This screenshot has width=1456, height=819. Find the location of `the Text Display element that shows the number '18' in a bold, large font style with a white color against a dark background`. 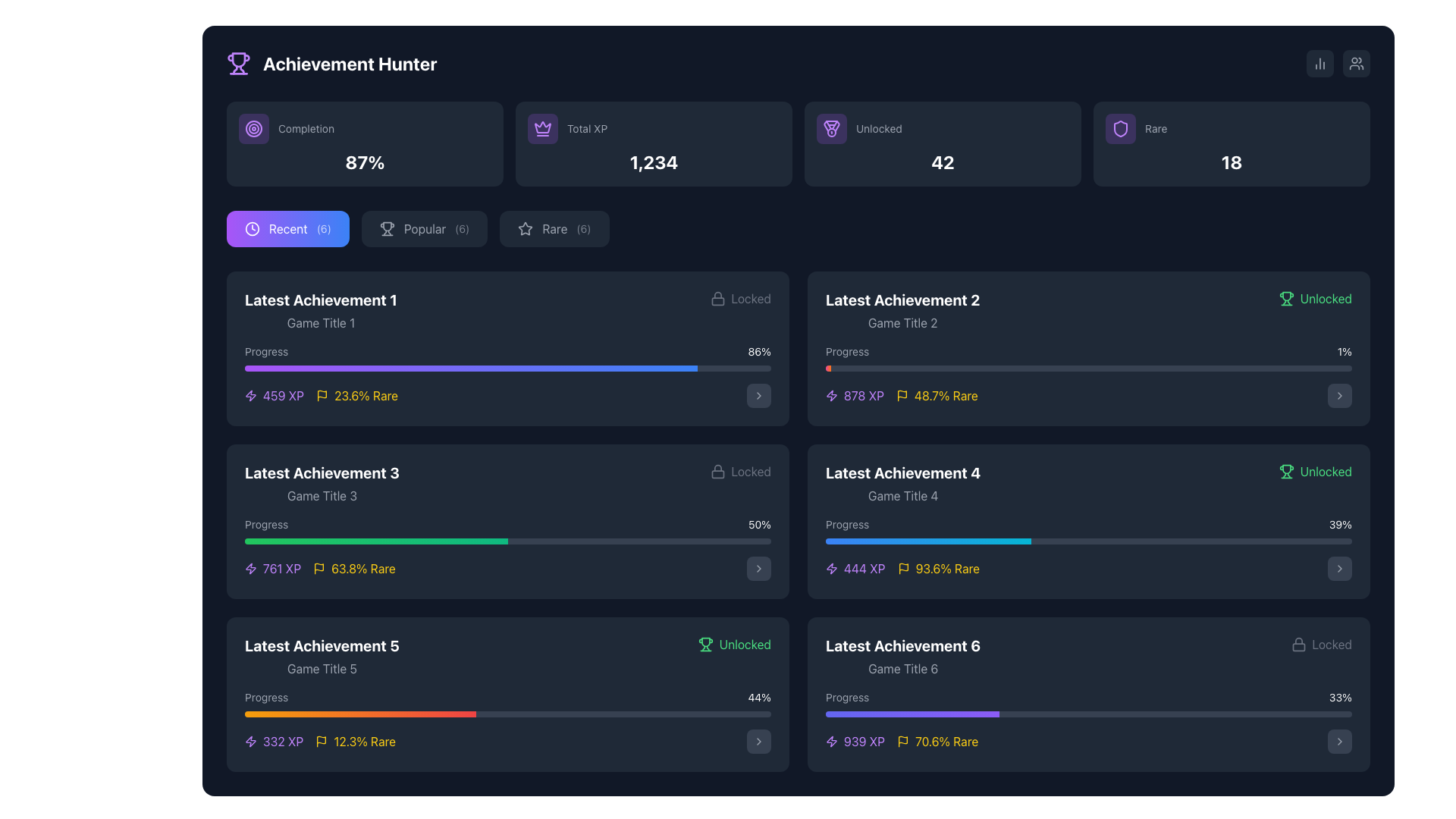

the Text Display element that shows the number '18' in a bold, large font style with a white color against a dark background is located at coordinates (1232, 162).